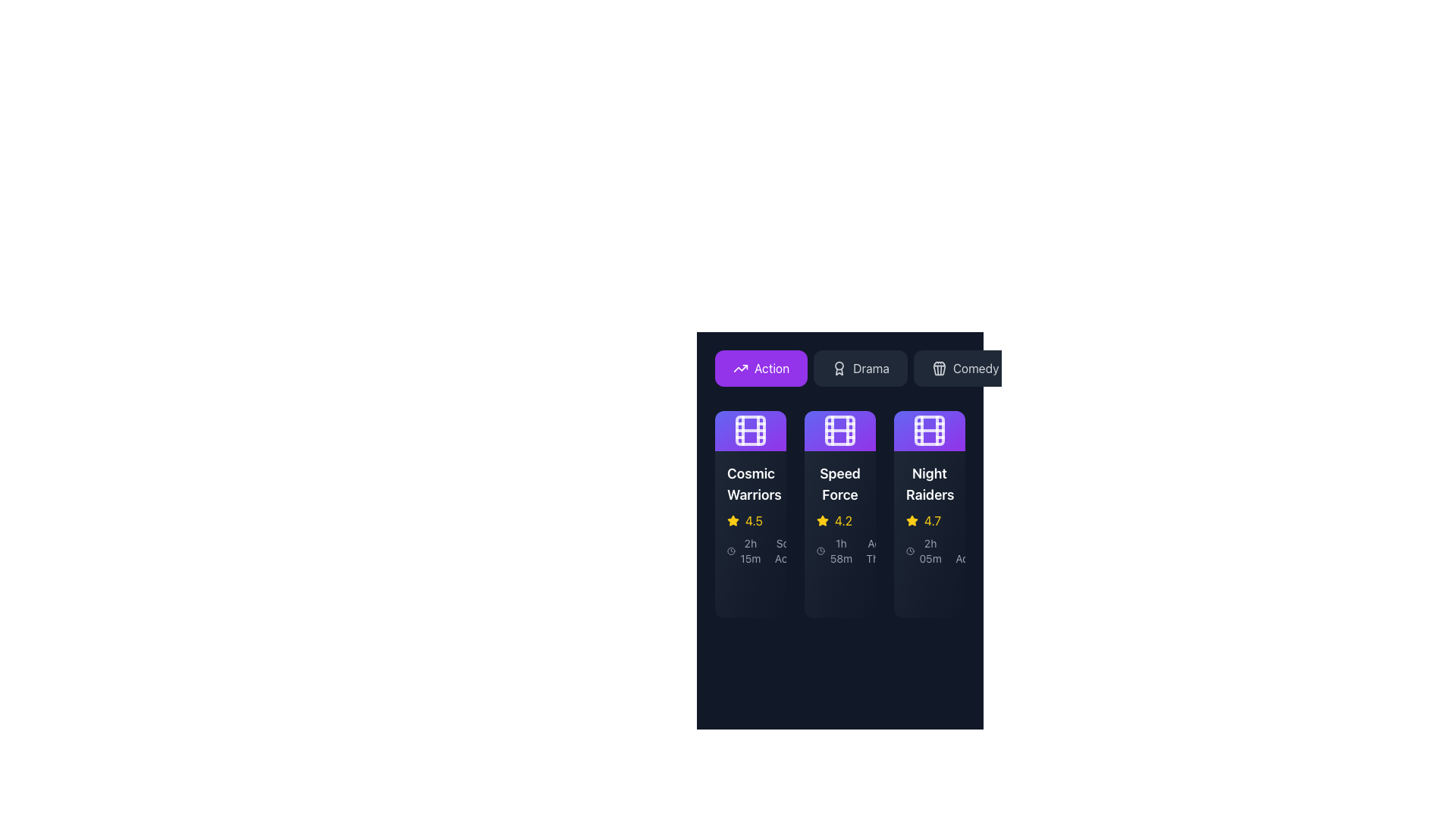 This screenshot has width=1456, height=819. Describe the element at coordinates (750, 551) in the screenshot. I see `the static text label indicating the duration of the movie, located in the first card of a horizontal list, positioned under the star rating and title` at that location.